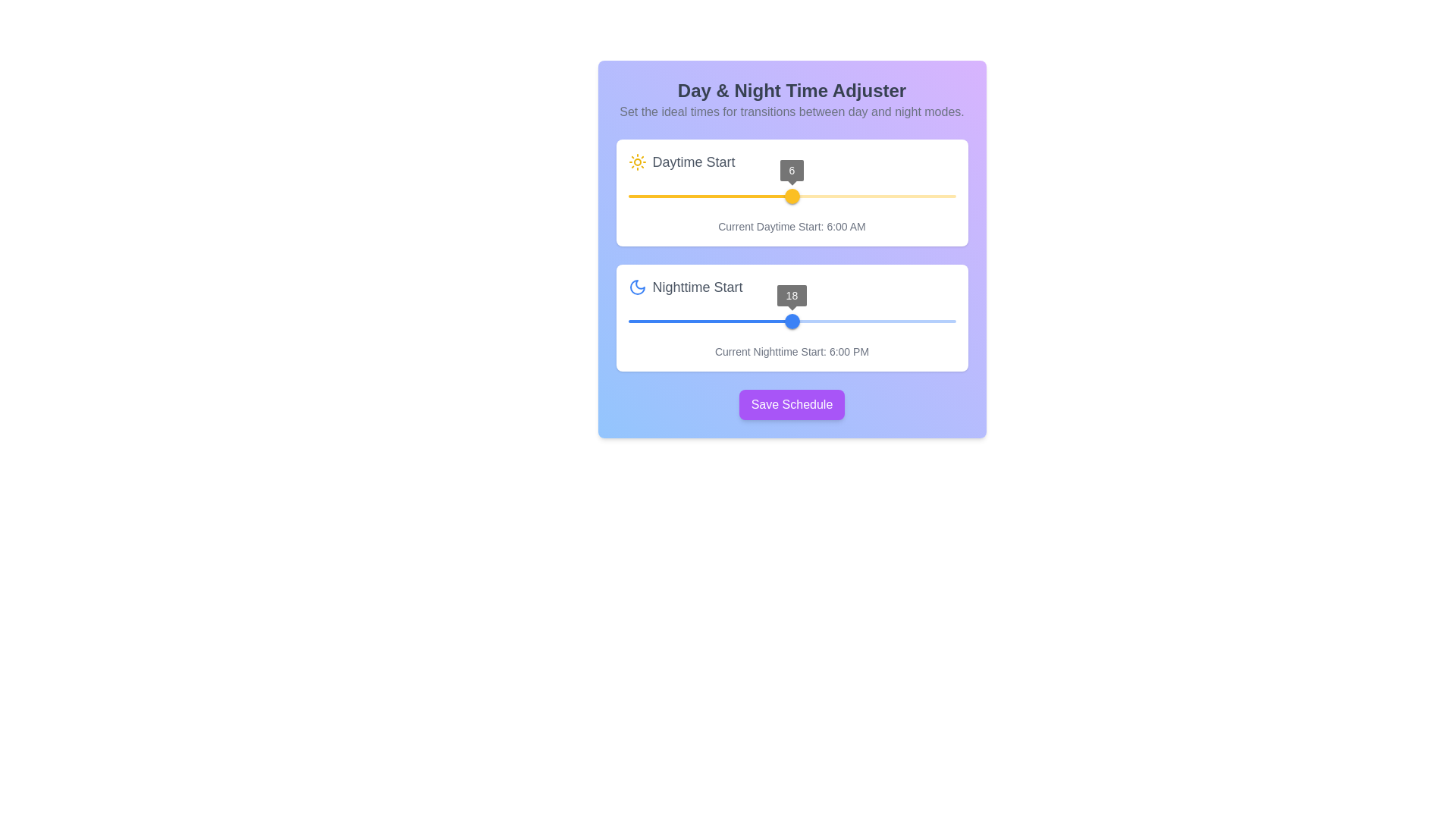 Image resolution: width=1456 pixels, height=819 pixels. What do you see at coordinates (695, 321) in the screenshot?
I see `nighttime start hour` at bounding box center [695, 321].